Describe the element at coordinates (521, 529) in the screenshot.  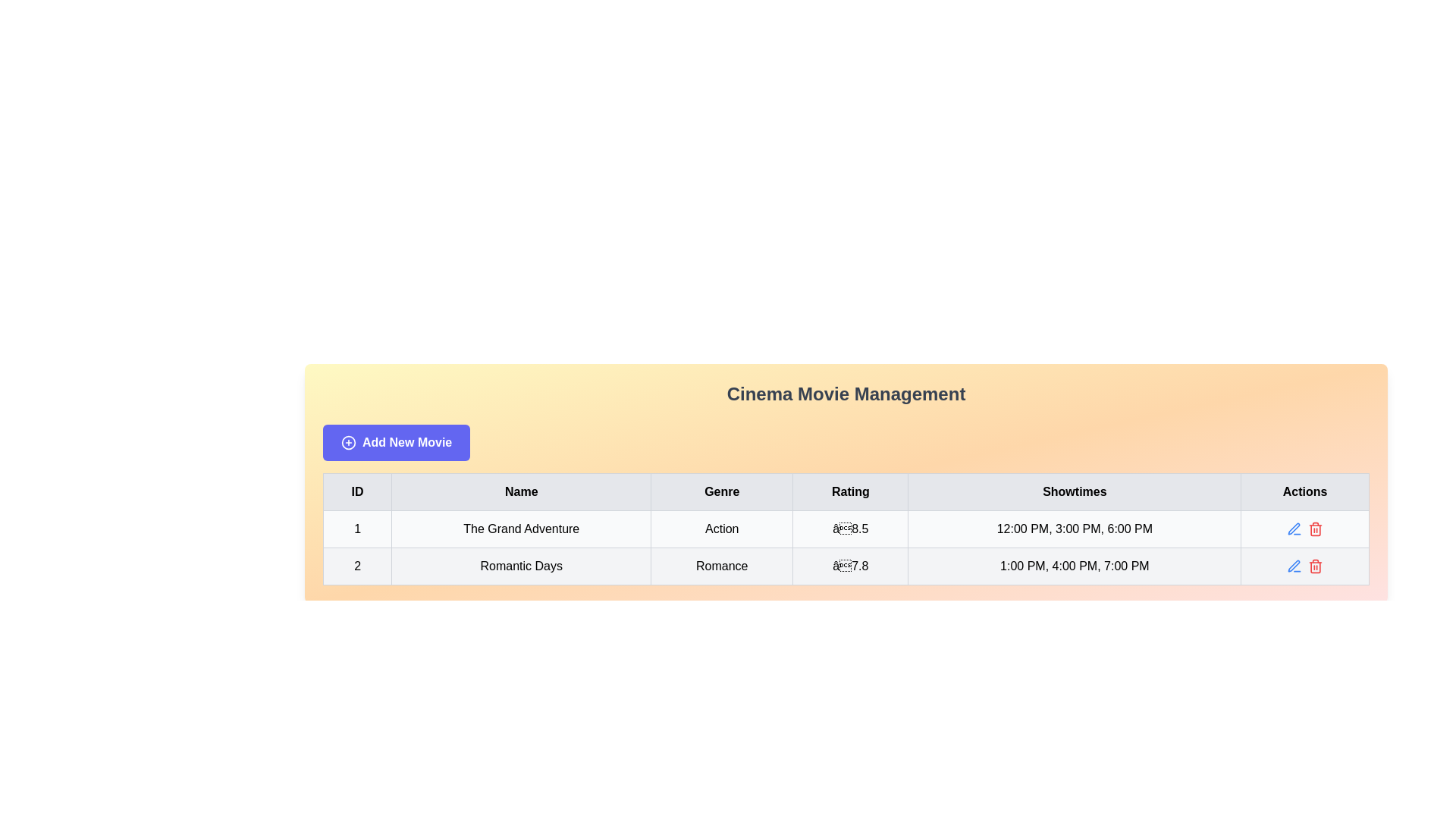
I see `the text display element that shows 'The Grand Adventure' in a sans-serif font, which is the second cell in the first row of the table under the 'Name' column` at that location.